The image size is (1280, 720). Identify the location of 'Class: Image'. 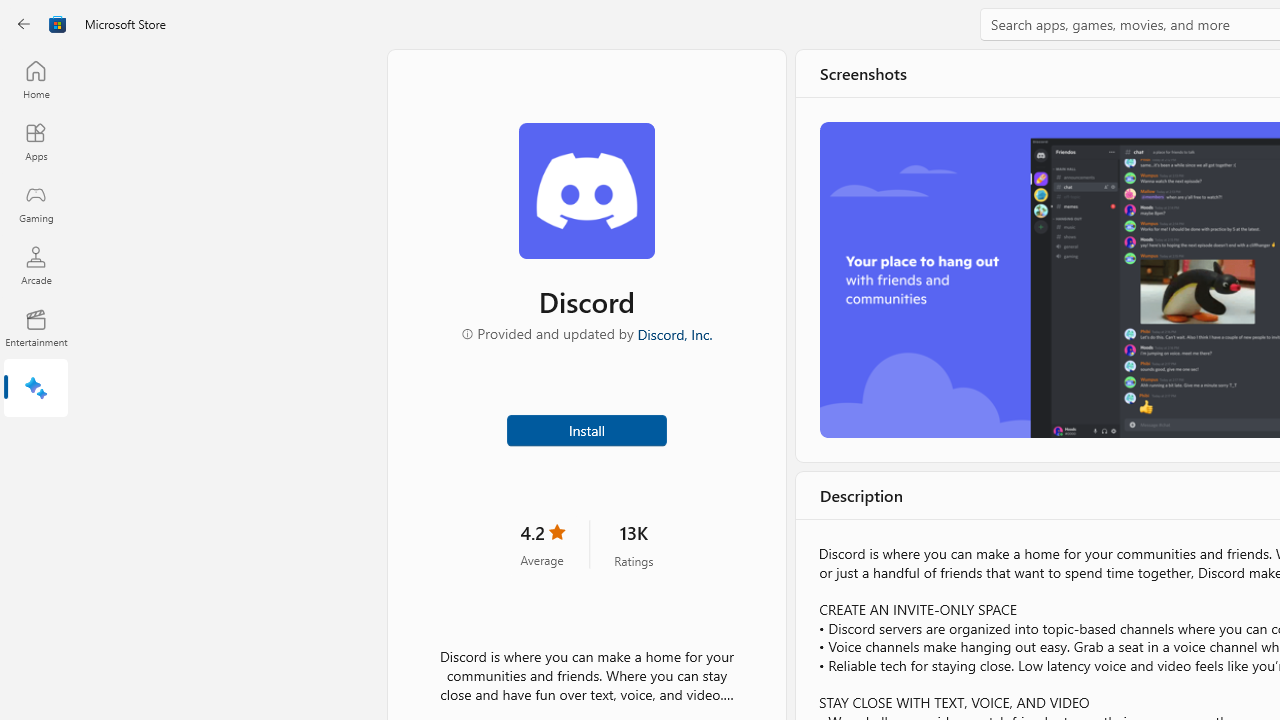
(58, 24).